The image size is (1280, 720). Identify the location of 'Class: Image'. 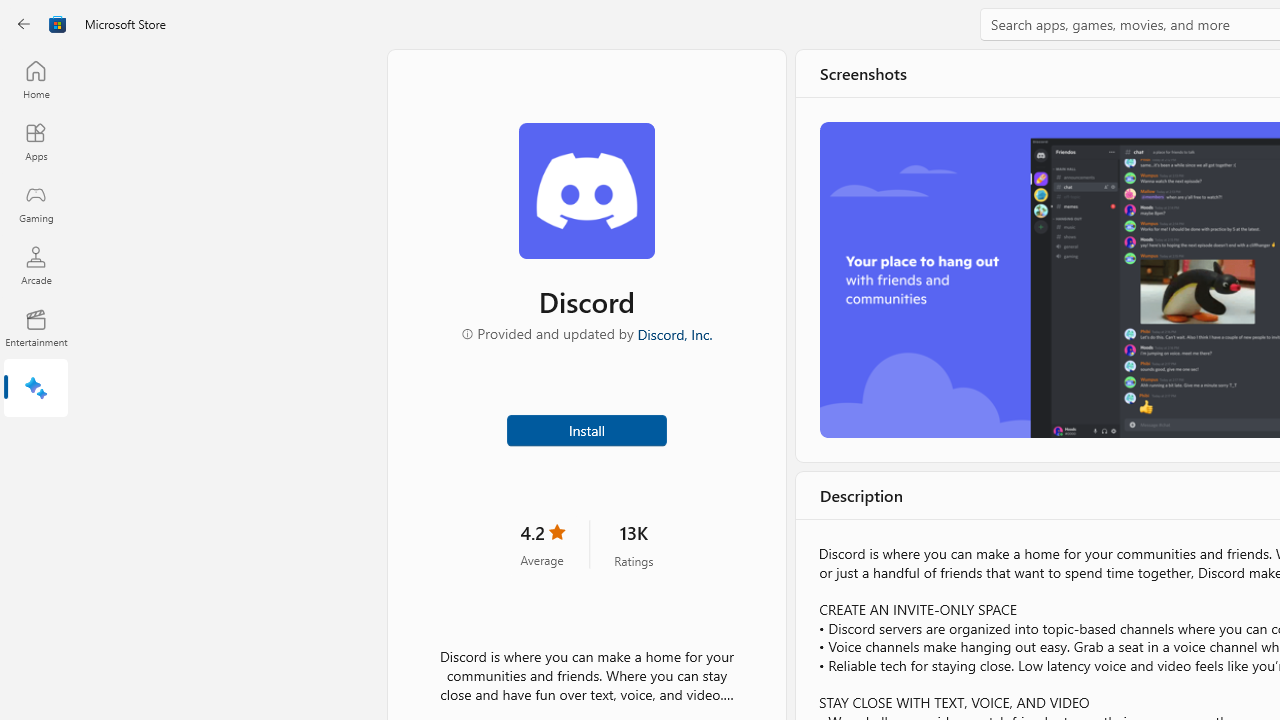
(58, 24).